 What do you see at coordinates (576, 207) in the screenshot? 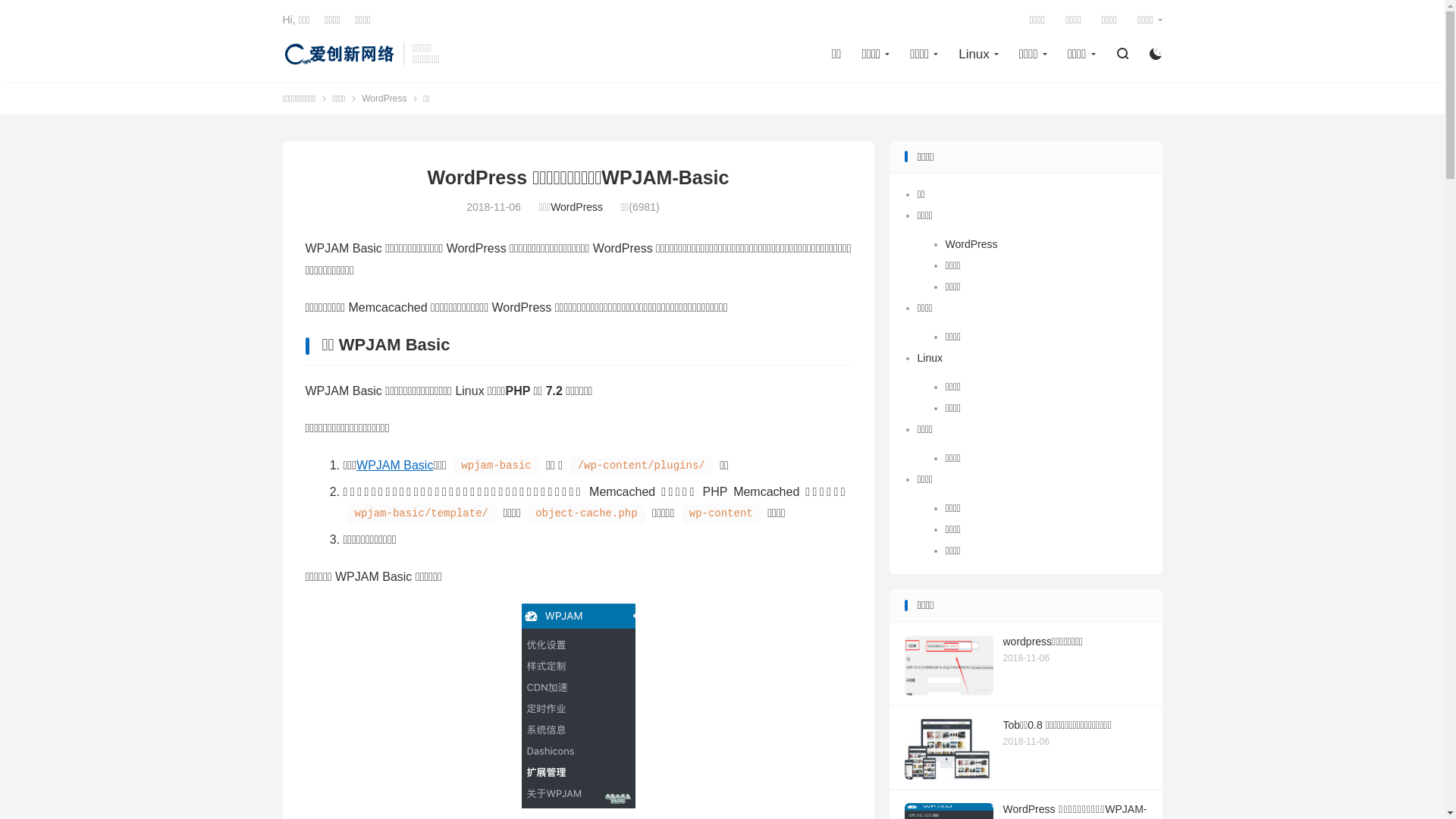
I see `'WordPress'` at bounding box center [576, 207].